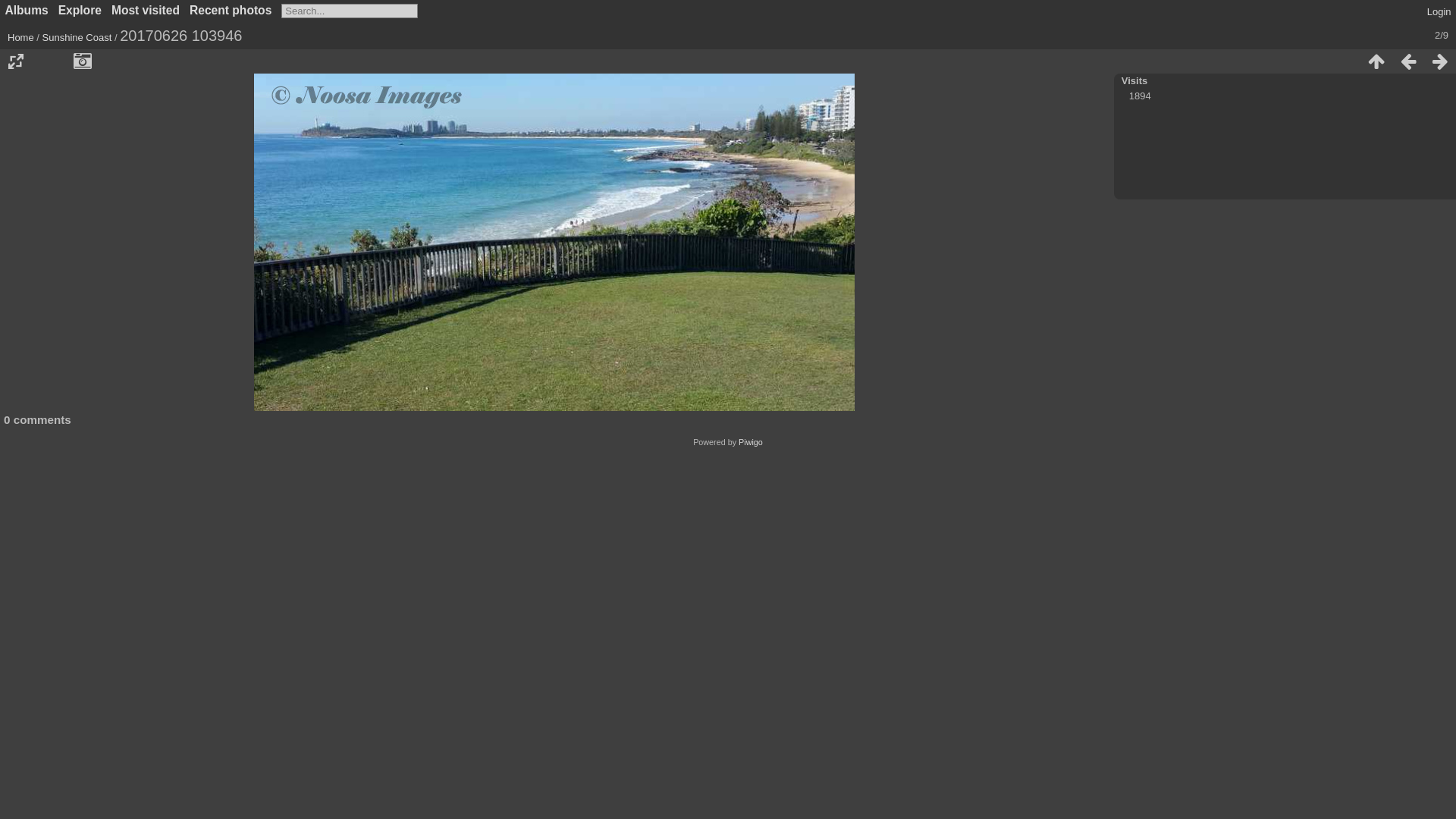  Describe the element at coordinates (15, 61) in the screenshot. I see `'Photo sizes'` at that location.